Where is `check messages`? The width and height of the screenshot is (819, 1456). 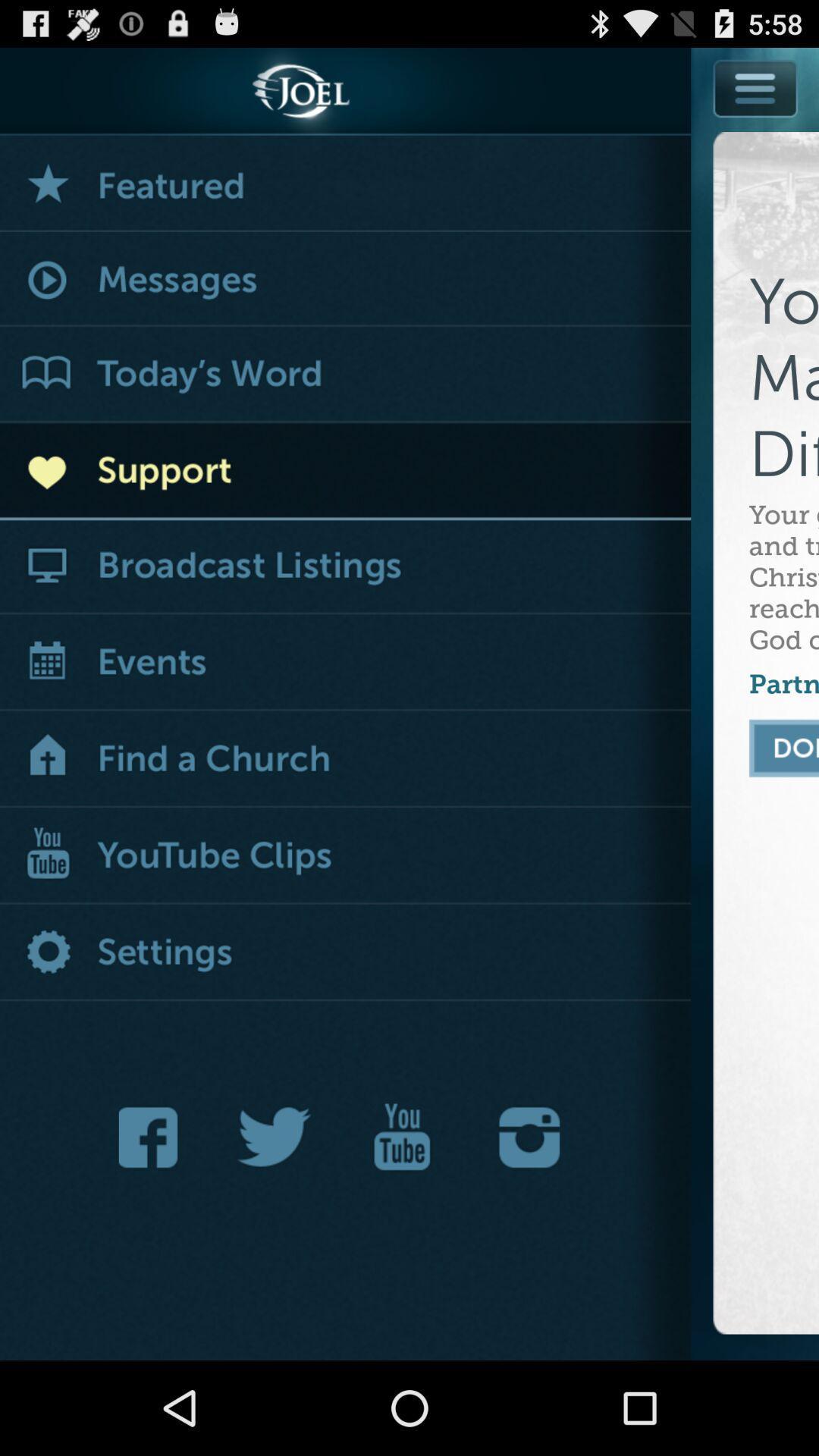
check messages is located at coordinates (345, 280).